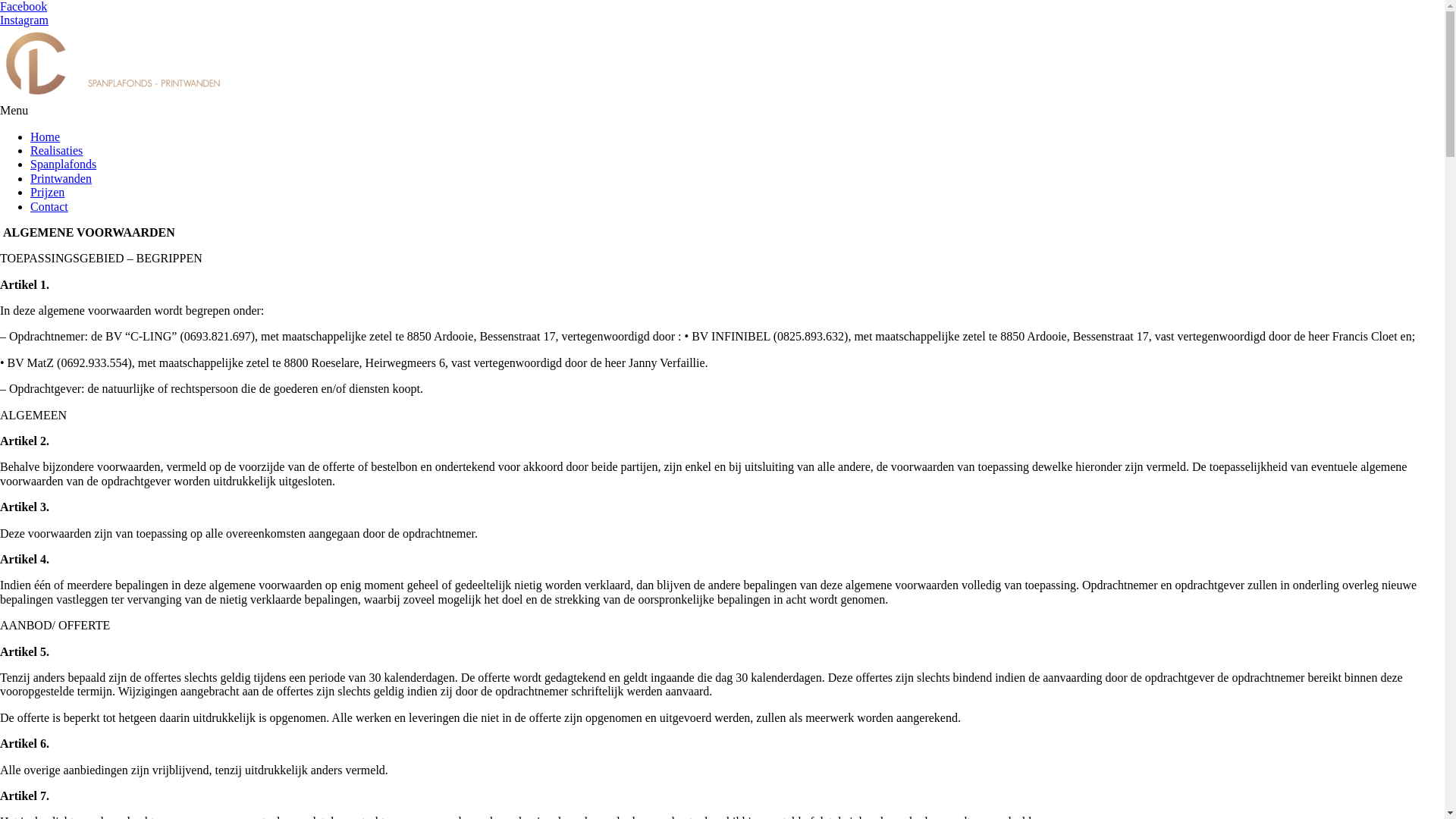 This screenshot has height=819, width=1456. I want to click on 'Facebook', so click(23, 6).